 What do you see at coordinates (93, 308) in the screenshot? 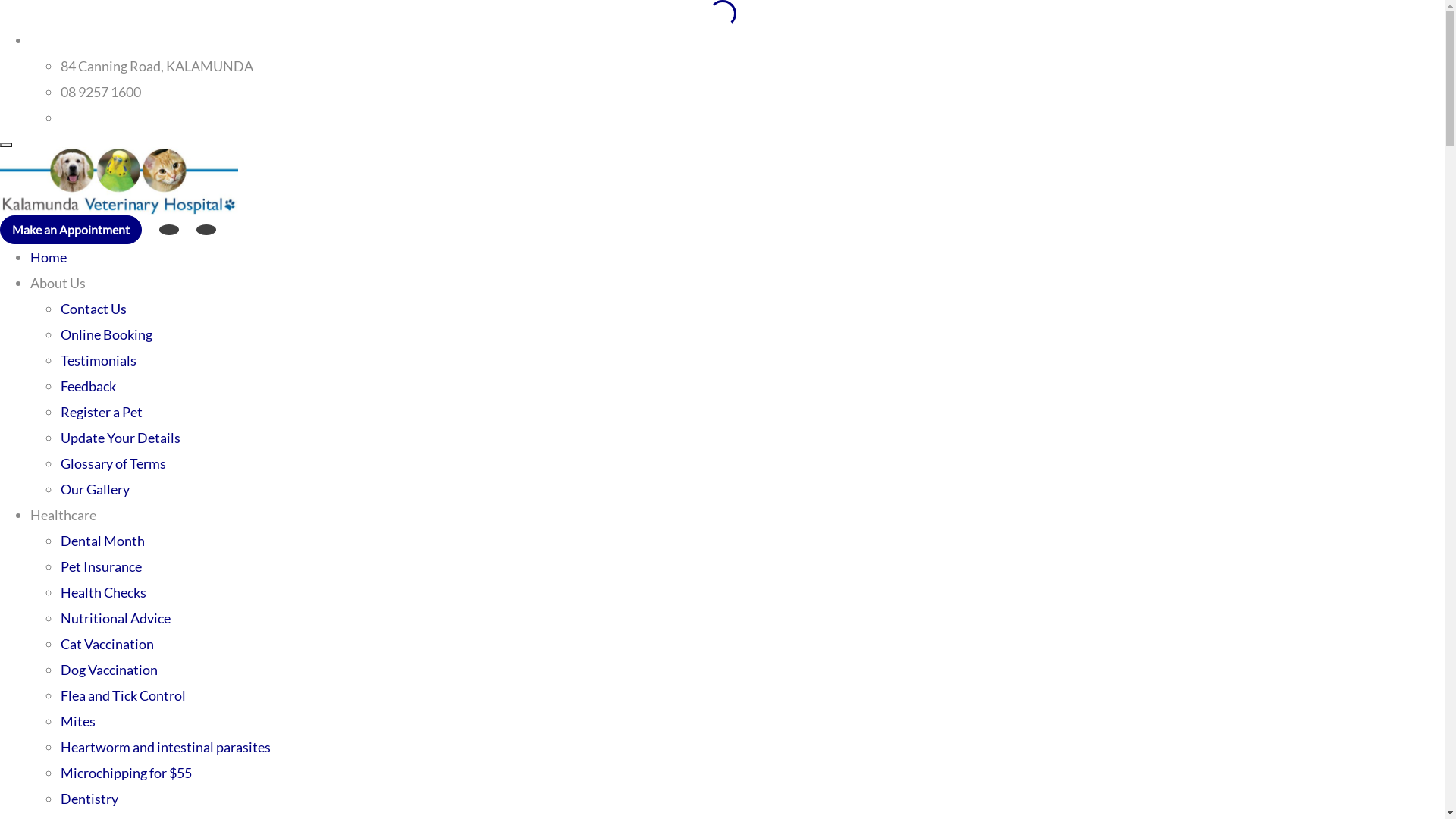
I see `'Contact Us'` at bounding box center [93, 308].